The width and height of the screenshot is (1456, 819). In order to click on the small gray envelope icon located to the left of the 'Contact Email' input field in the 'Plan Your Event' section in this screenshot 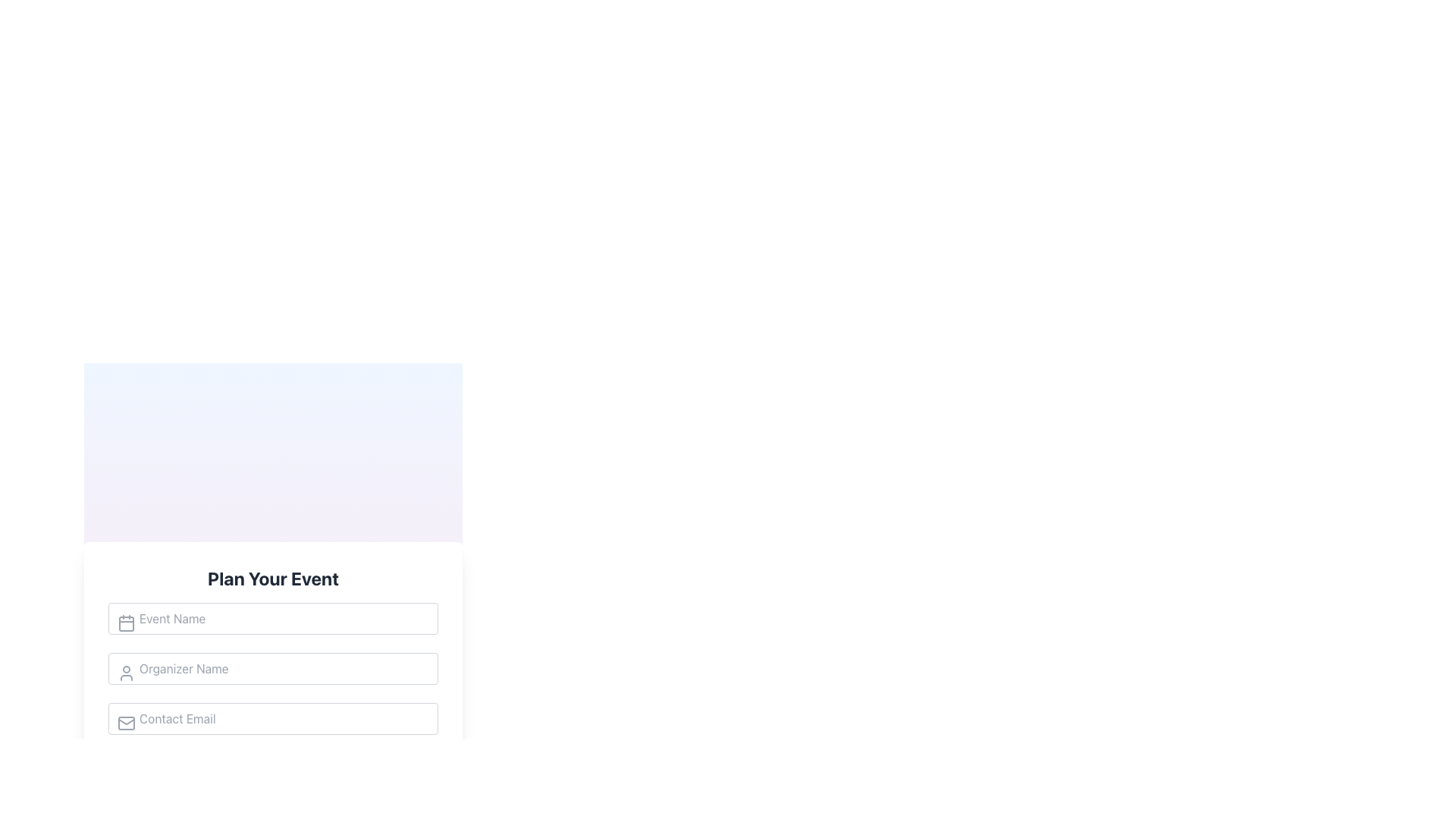, I will do `click(127, 722)`.